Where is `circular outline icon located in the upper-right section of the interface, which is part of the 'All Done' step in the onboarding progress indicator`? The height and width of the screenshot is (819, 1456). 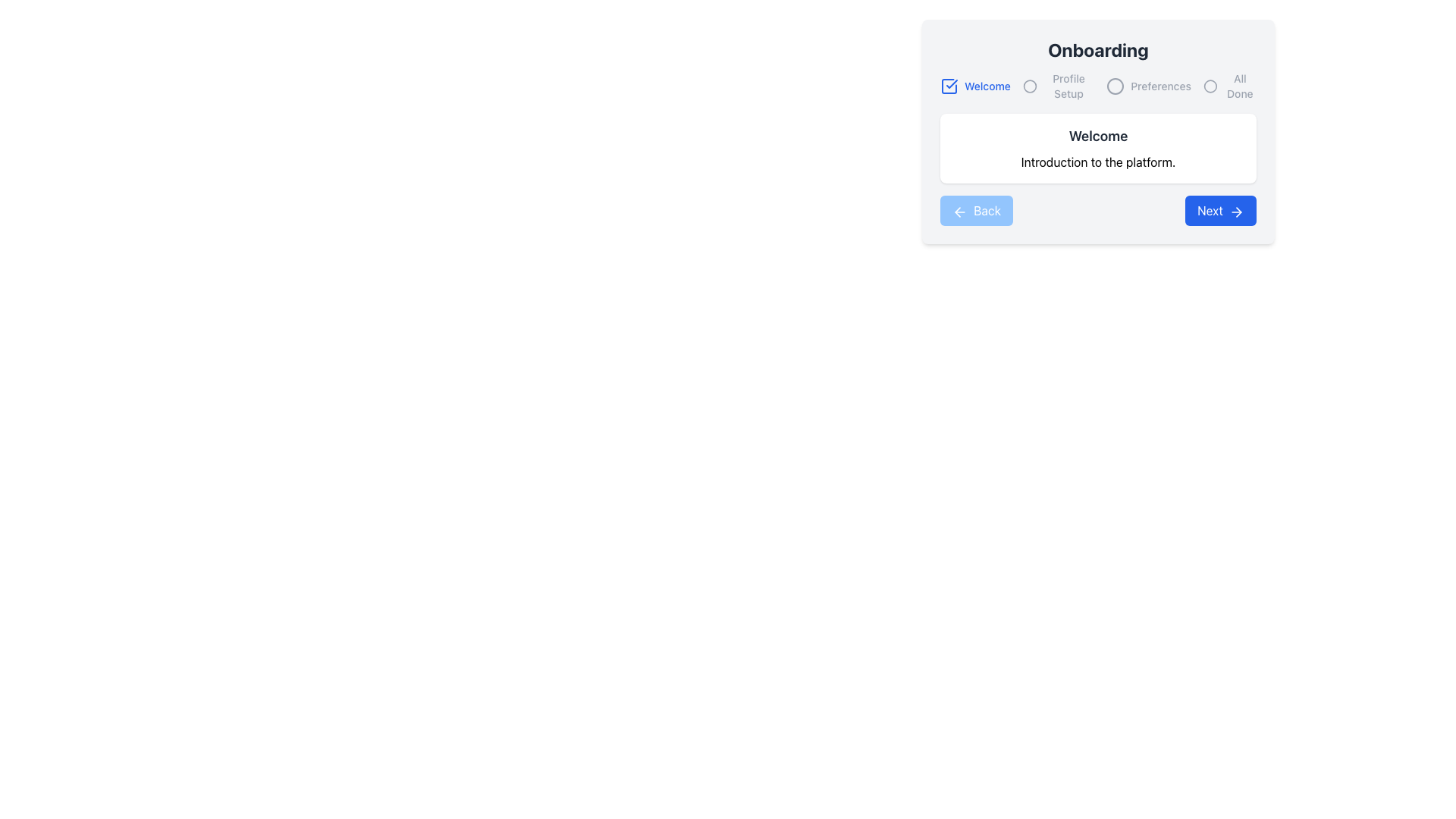
circular outline icon located in the upper-right section of the interface, which is part of the 'All Done' step in the onboarding progress indicator is located at coordinates (1210, 86).